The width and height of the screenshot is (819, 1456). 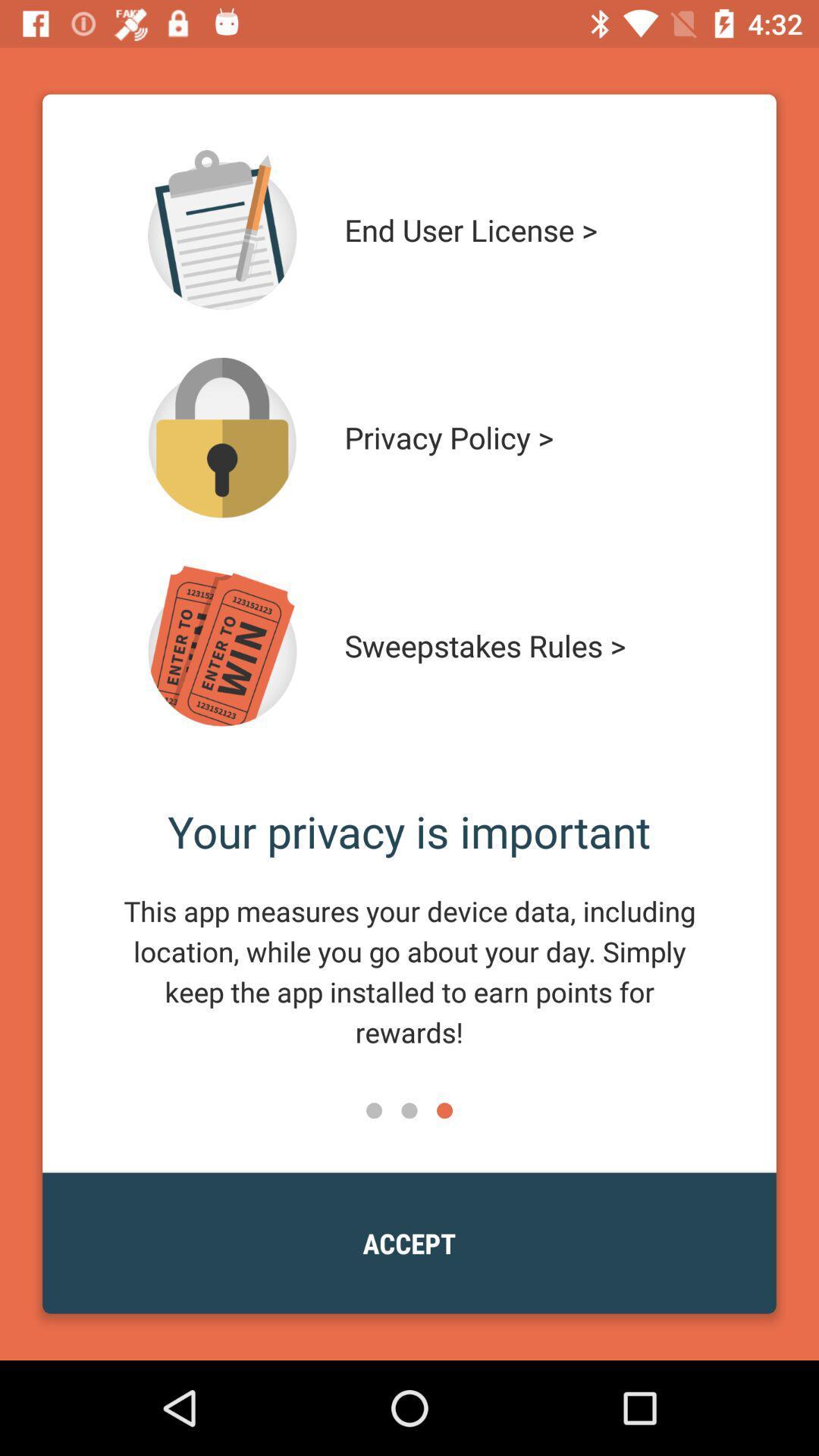 I want to click on text to be read, so click(x=222, y=229).